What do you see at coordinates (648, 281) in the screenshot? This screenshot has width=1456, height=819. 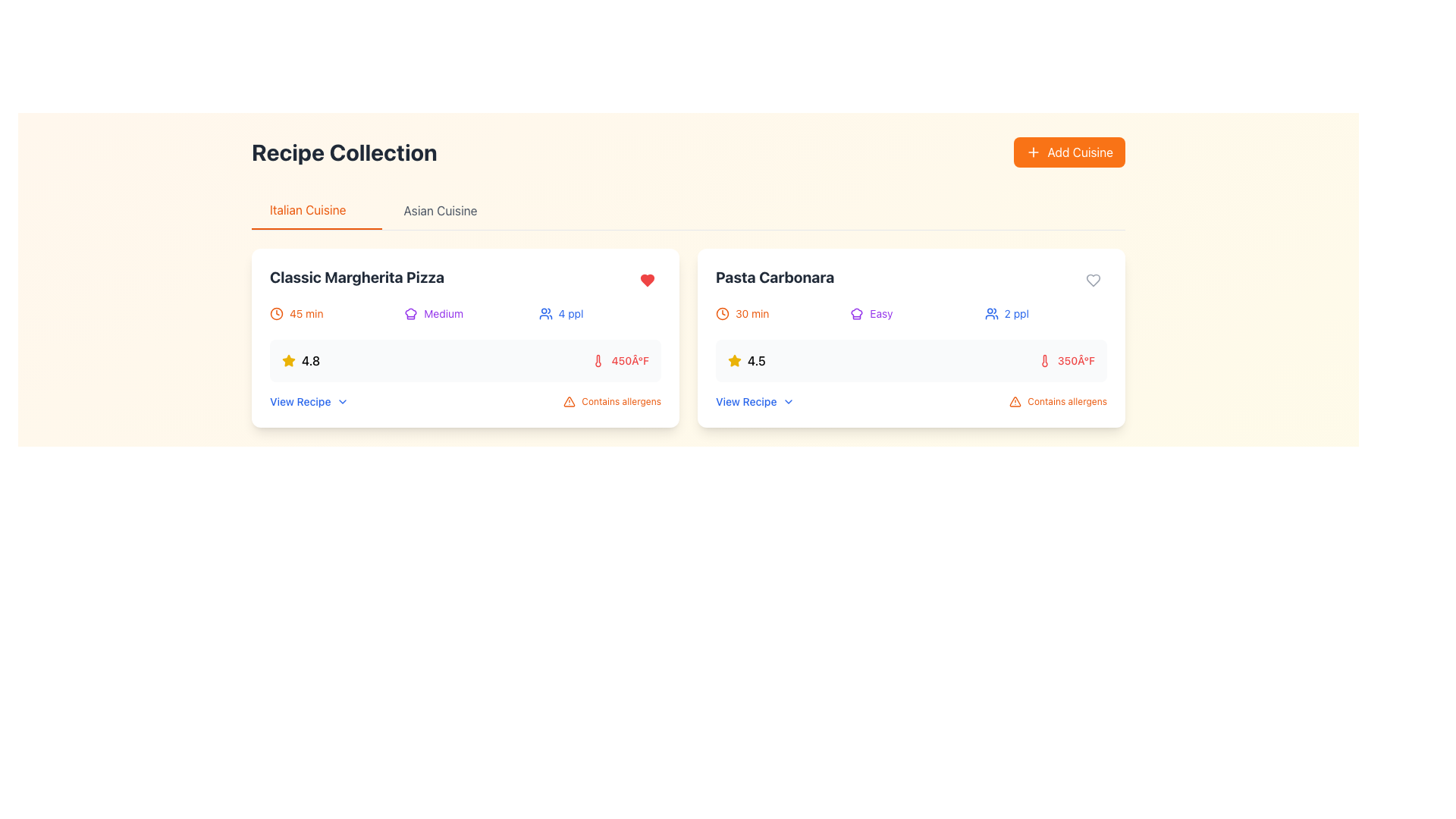 I see `the heart-shaped Icon button` at bounding box center [648, 281].